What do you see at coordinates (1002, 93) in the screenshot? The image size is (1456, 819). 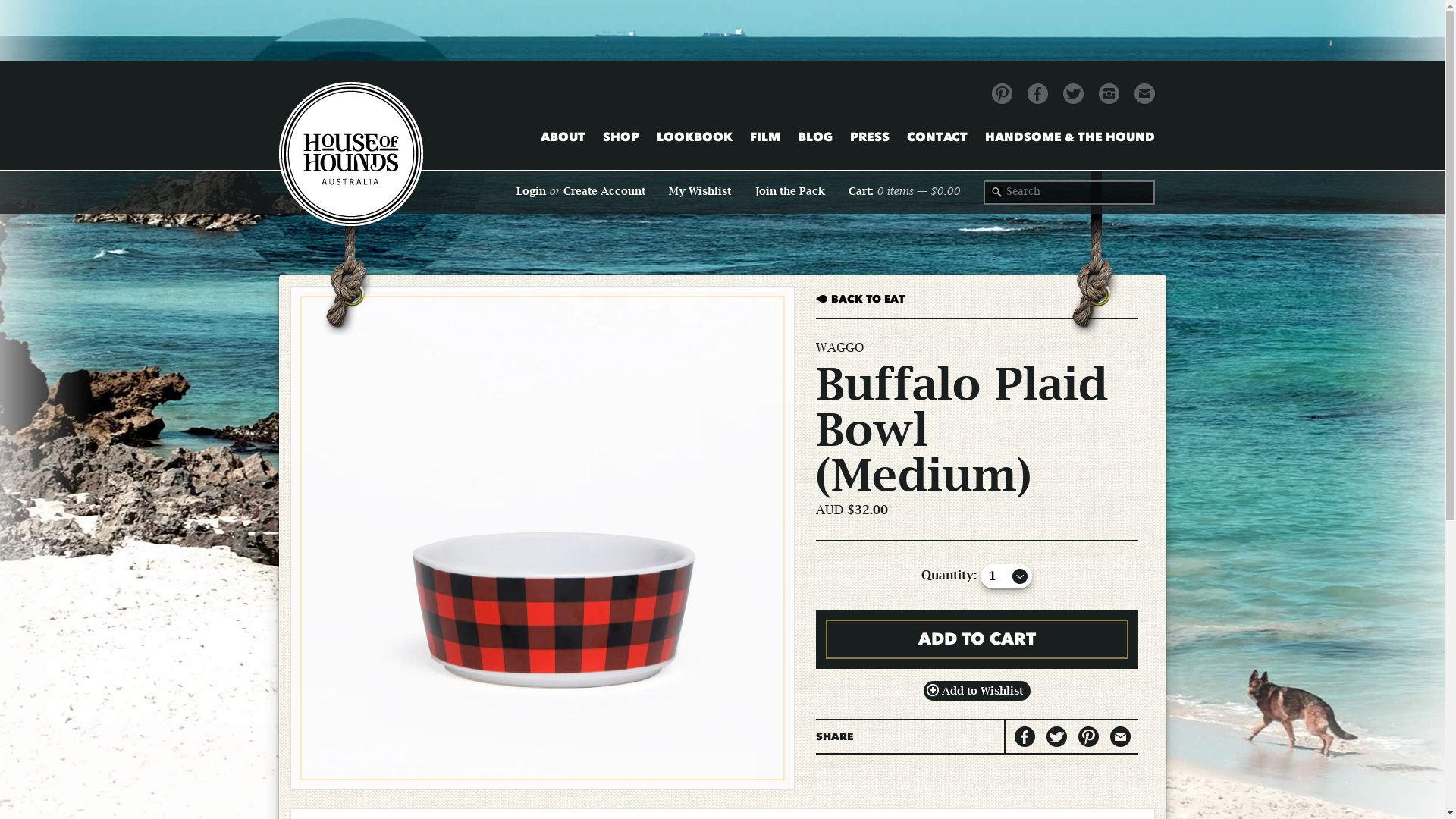 I see `'Pinterest'` at bounding box center [1002, 93].